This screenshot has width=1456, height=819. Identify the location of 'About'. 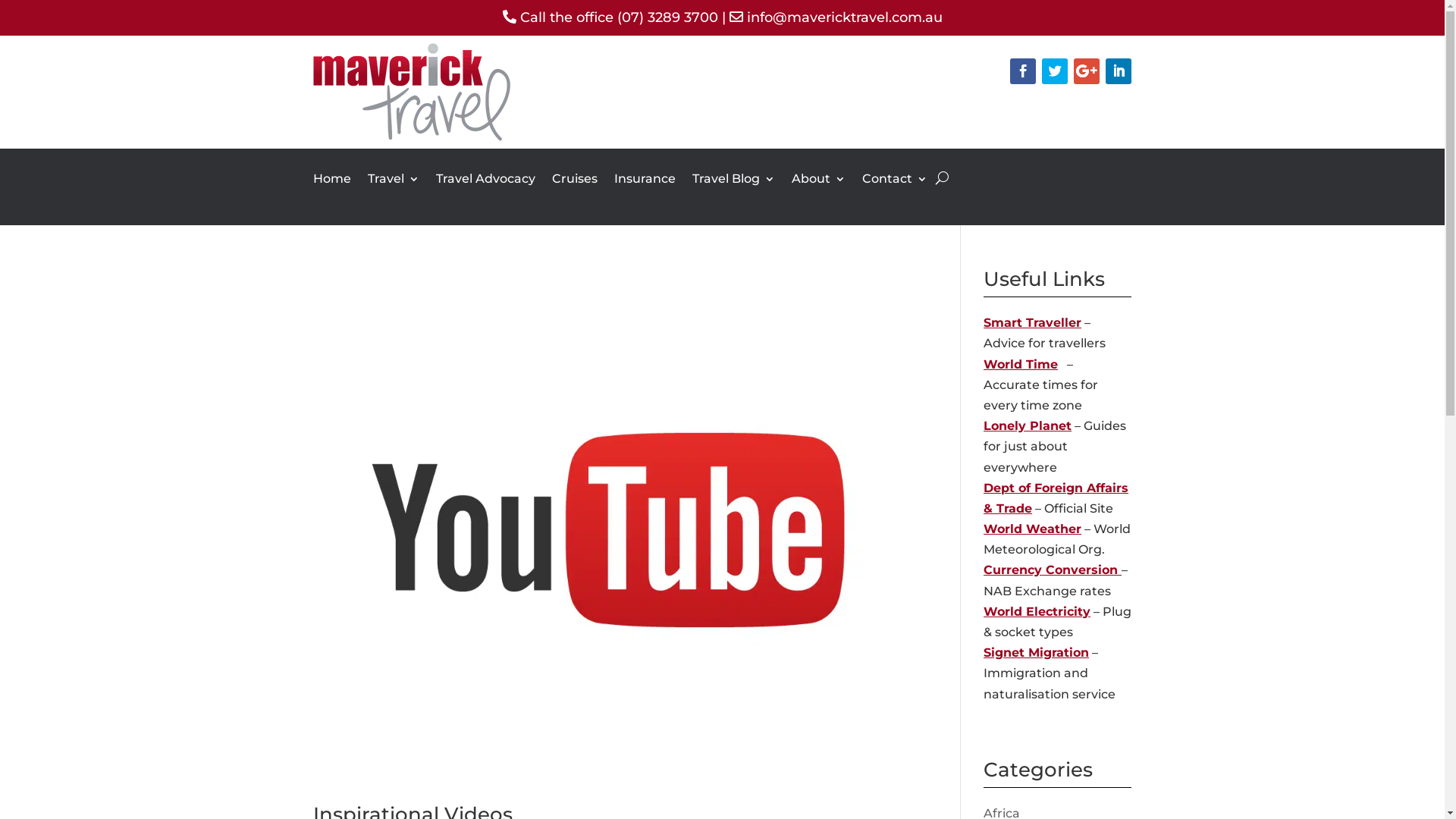
(817, 189).